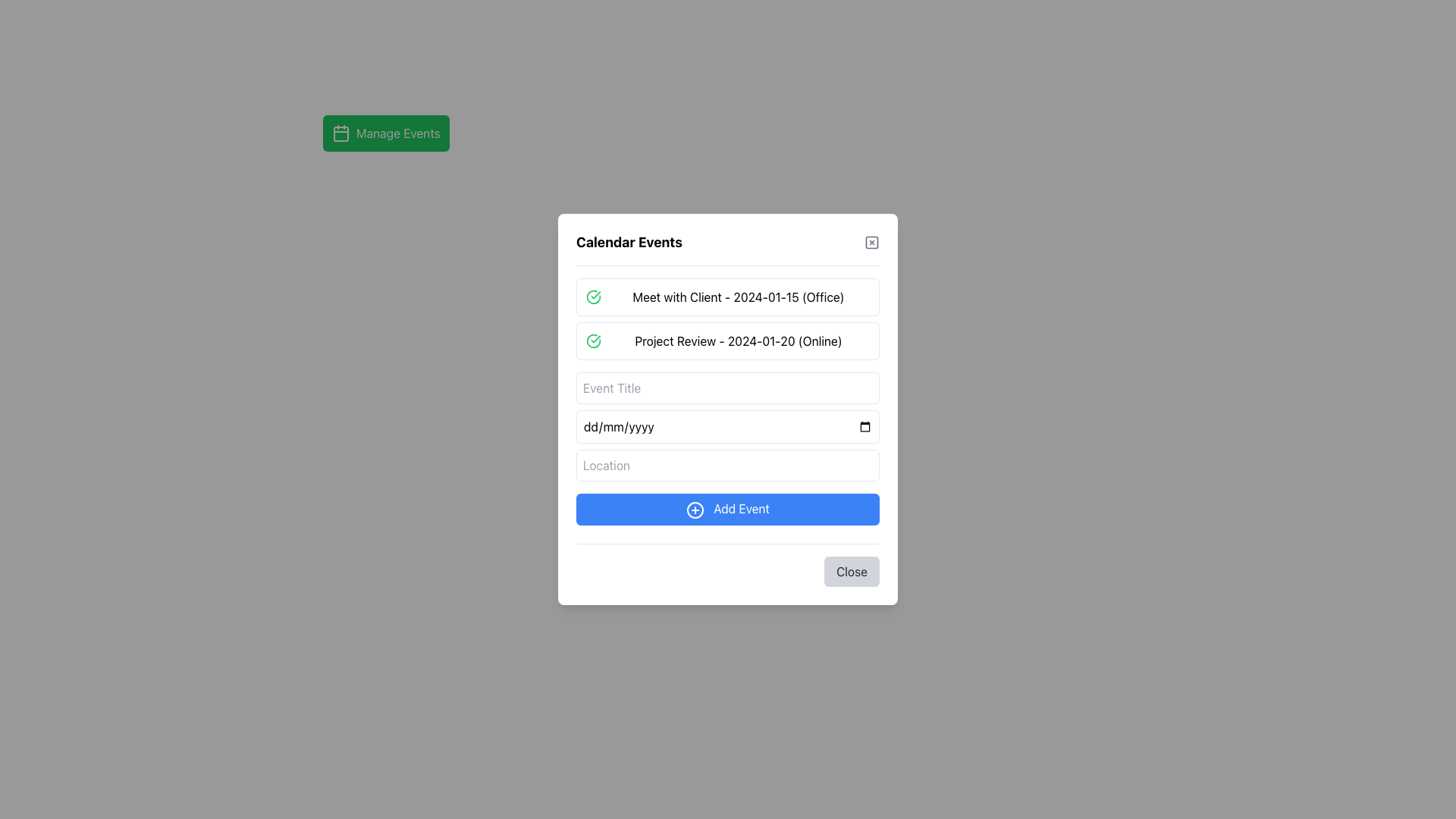 Image resolution: width=1456 pixels, height=819 pixels. Describe the element at coordinates (852, 571) in the screenshot. I see `the 'Close' button located at the bottom-right corner of the modal dialog` at that location.